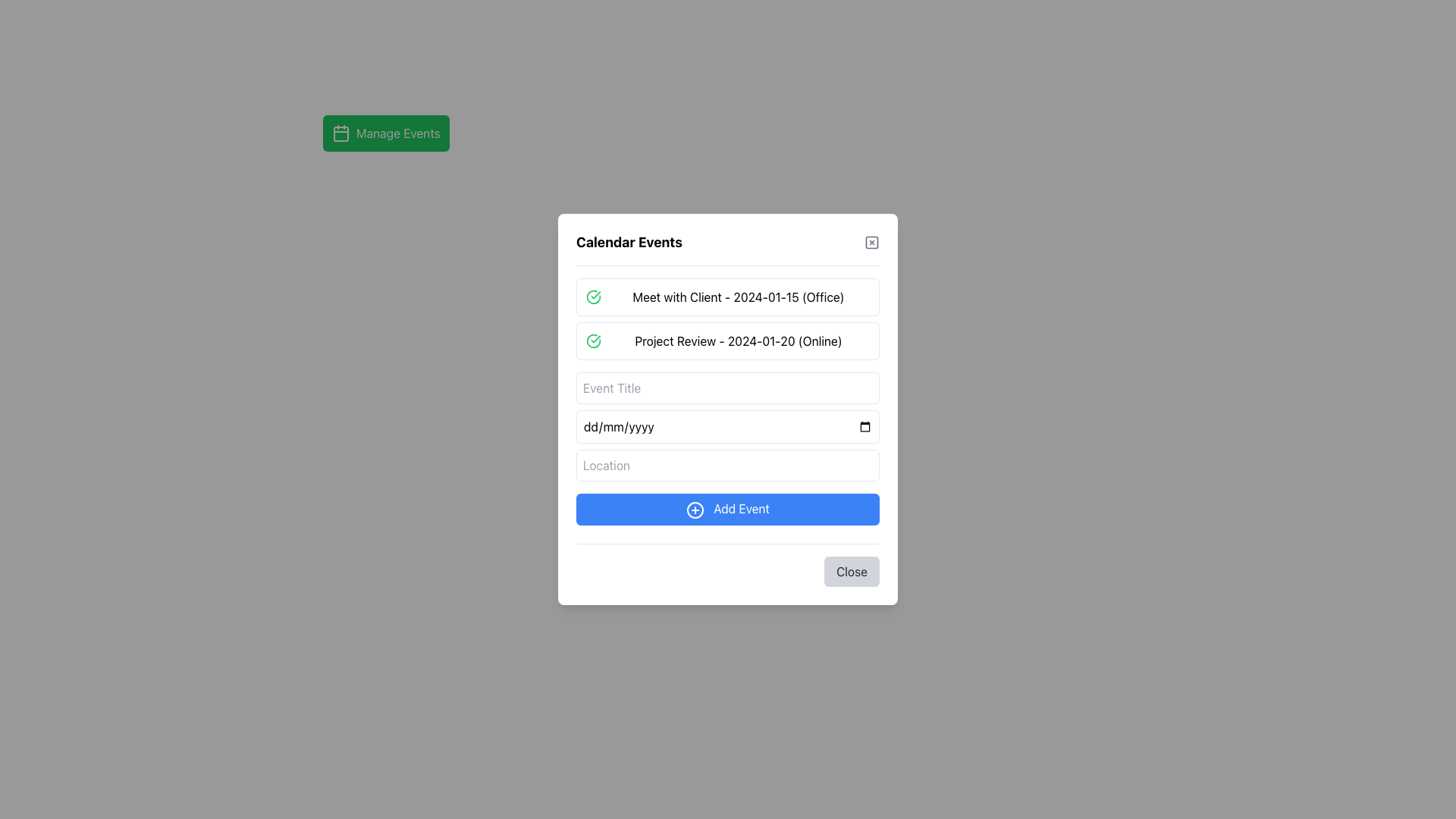 Image resolution: width=1456 pixels, height=819 pixels. Describe the element at coordinates (852, 571) in the screenshot. I see `the 'Close' button located at the bottom-right corner of the modal dialog` at that location.